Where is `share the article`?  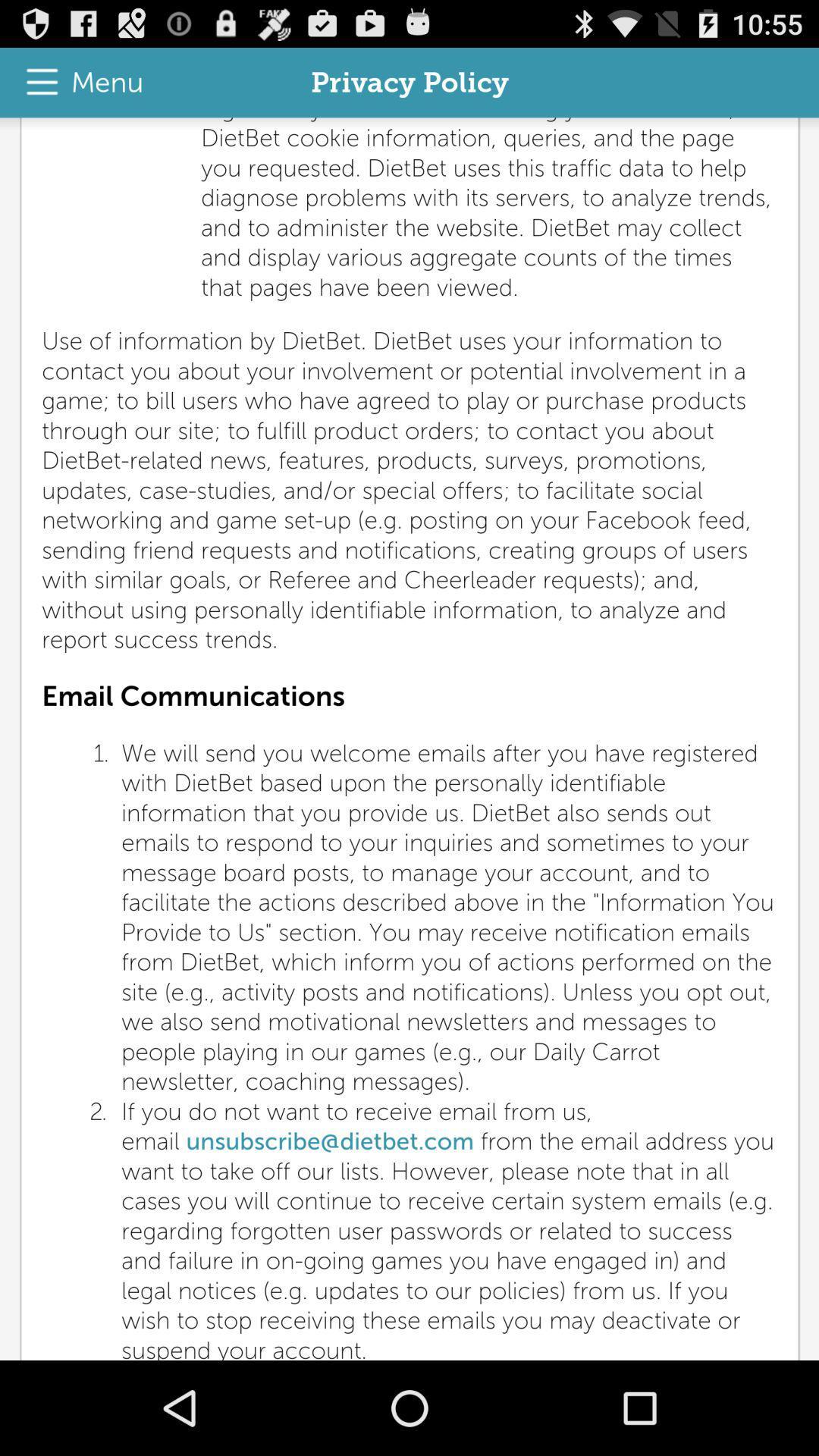 share the article is located at coordinates (409, 739).